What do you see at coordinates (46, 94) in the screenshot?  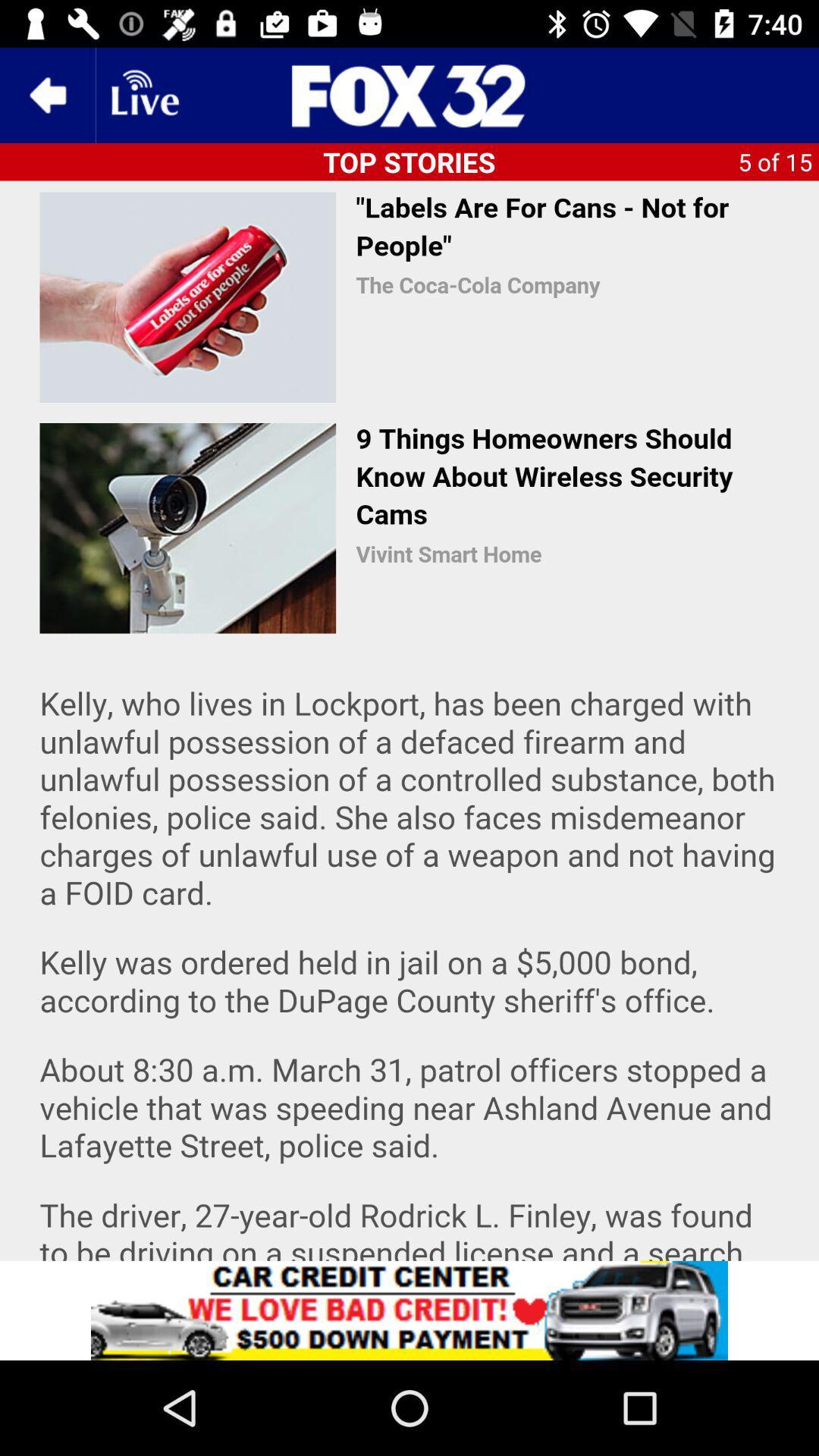 I see `go back` at bounding box center [46, 94].